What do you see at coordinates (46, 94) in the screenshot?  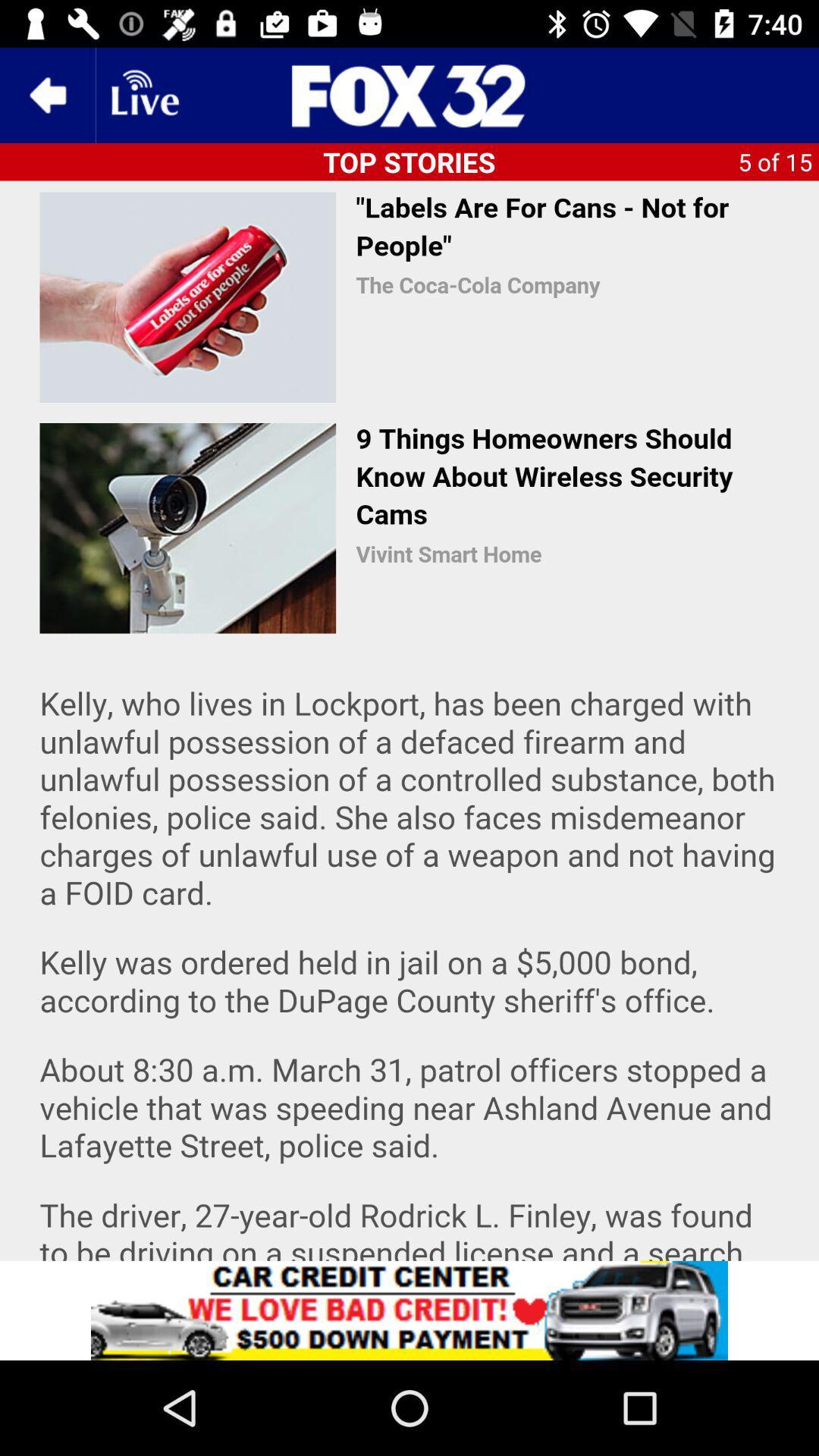 I see `go back` at bounding box center [46, 94].